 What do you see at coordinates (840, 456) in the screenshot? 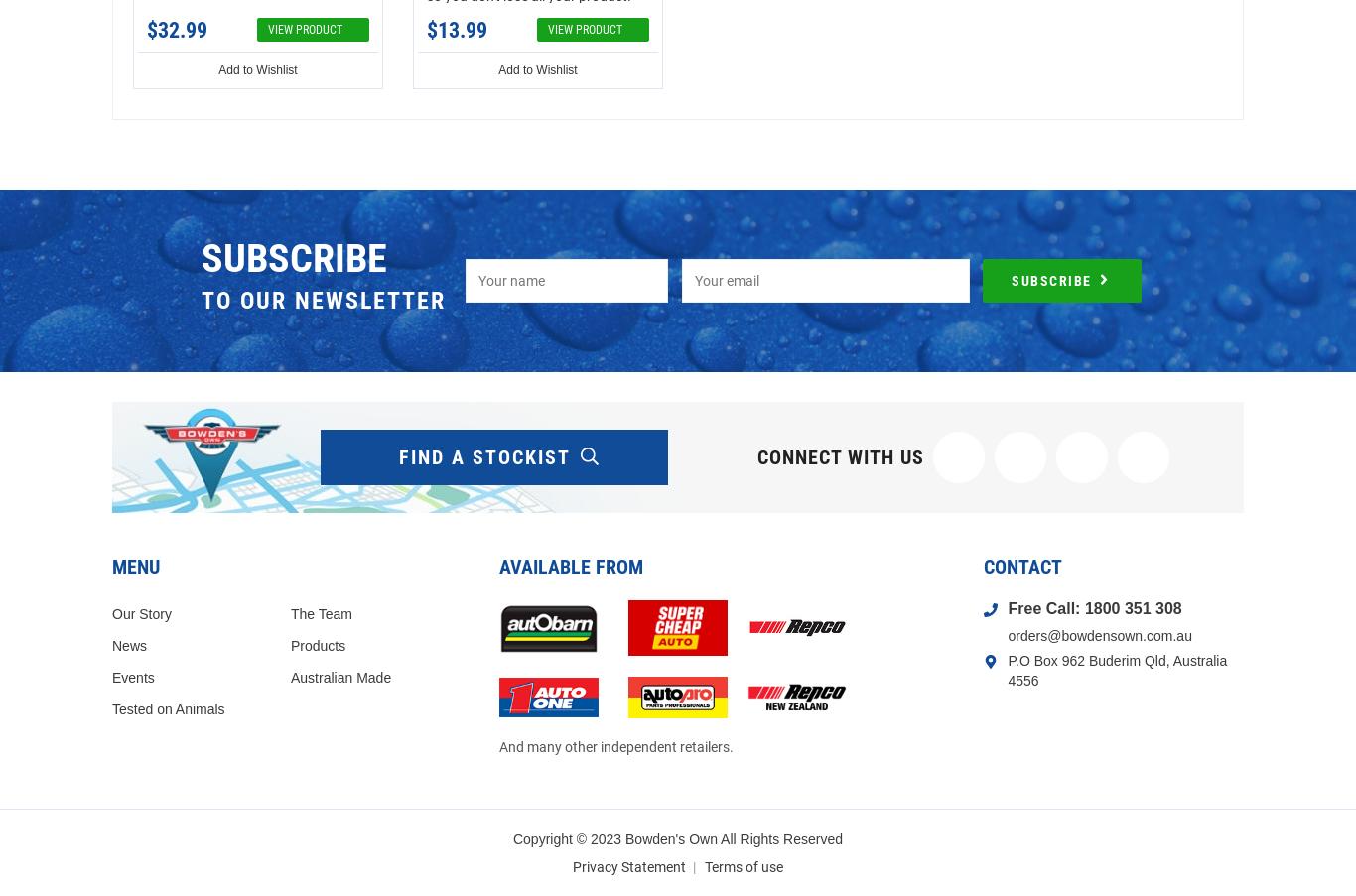
I see `'Connect With Us'` at bounding box center [840, 456].